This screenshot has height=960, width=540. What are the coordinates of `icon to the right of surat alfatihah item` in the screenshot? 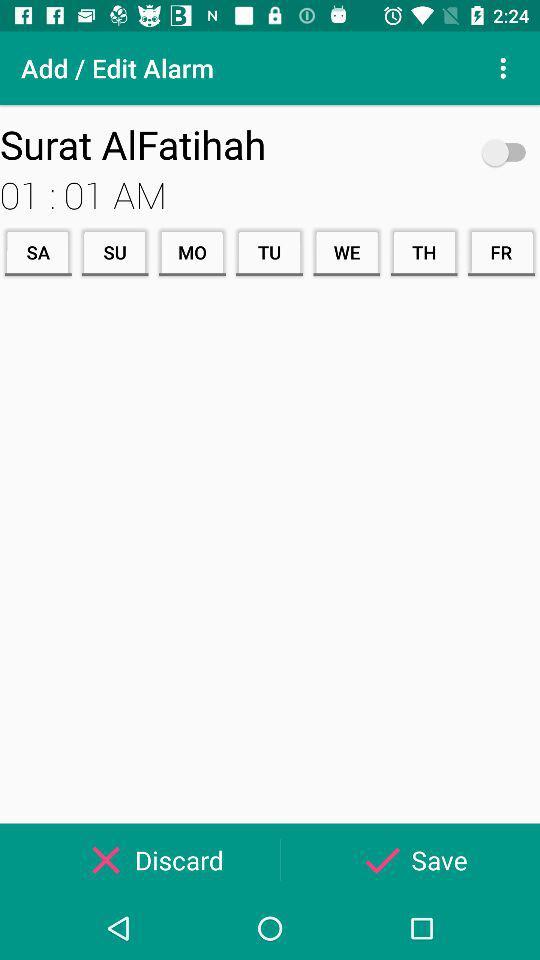 It's located at (508, 151).